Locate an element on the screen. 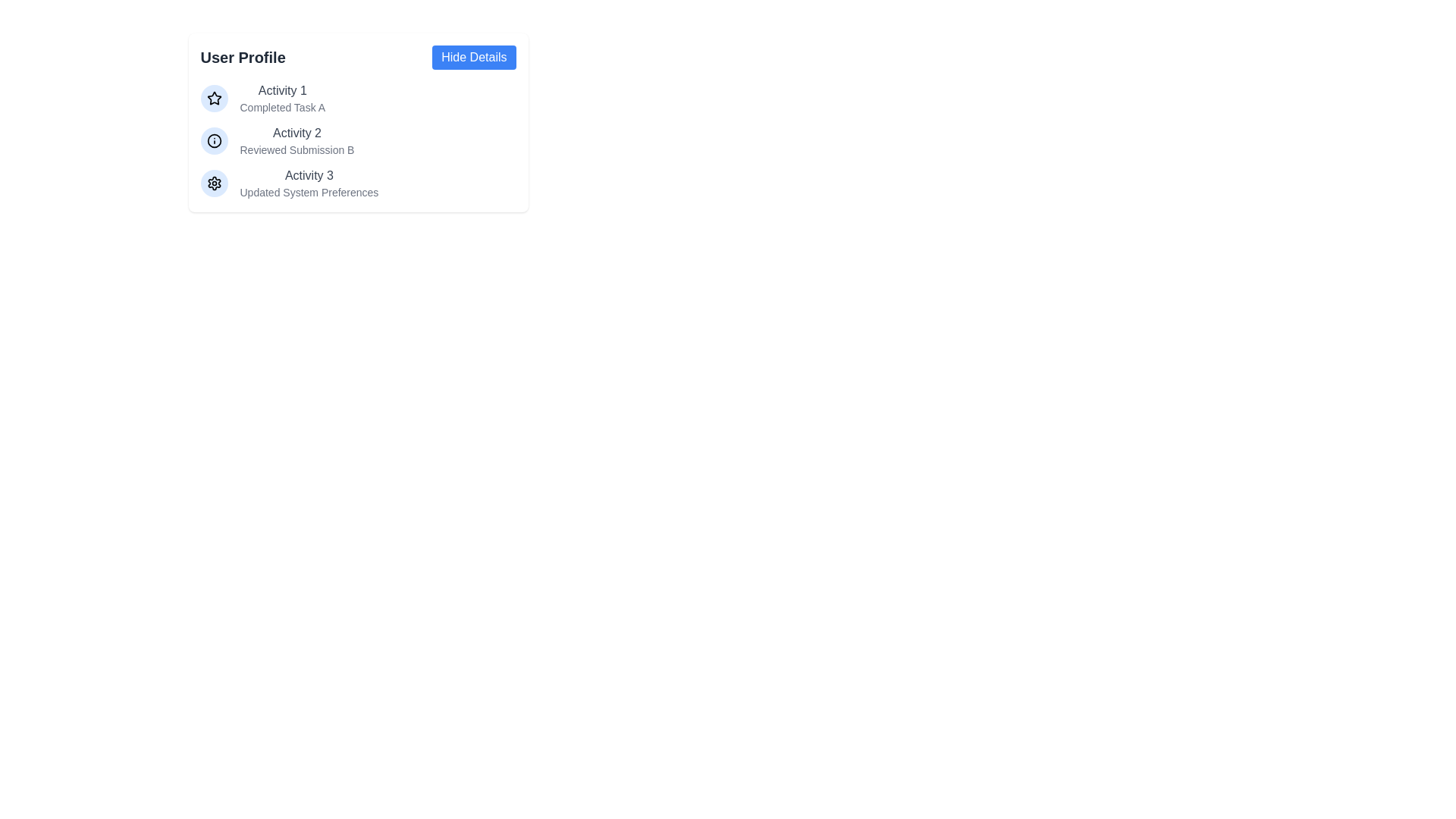  the Text component labeled 'Activity 2' which has supporting description 'Reviewed Submission B' located in the 'User Profile' section is located at coordinates (297, 140).